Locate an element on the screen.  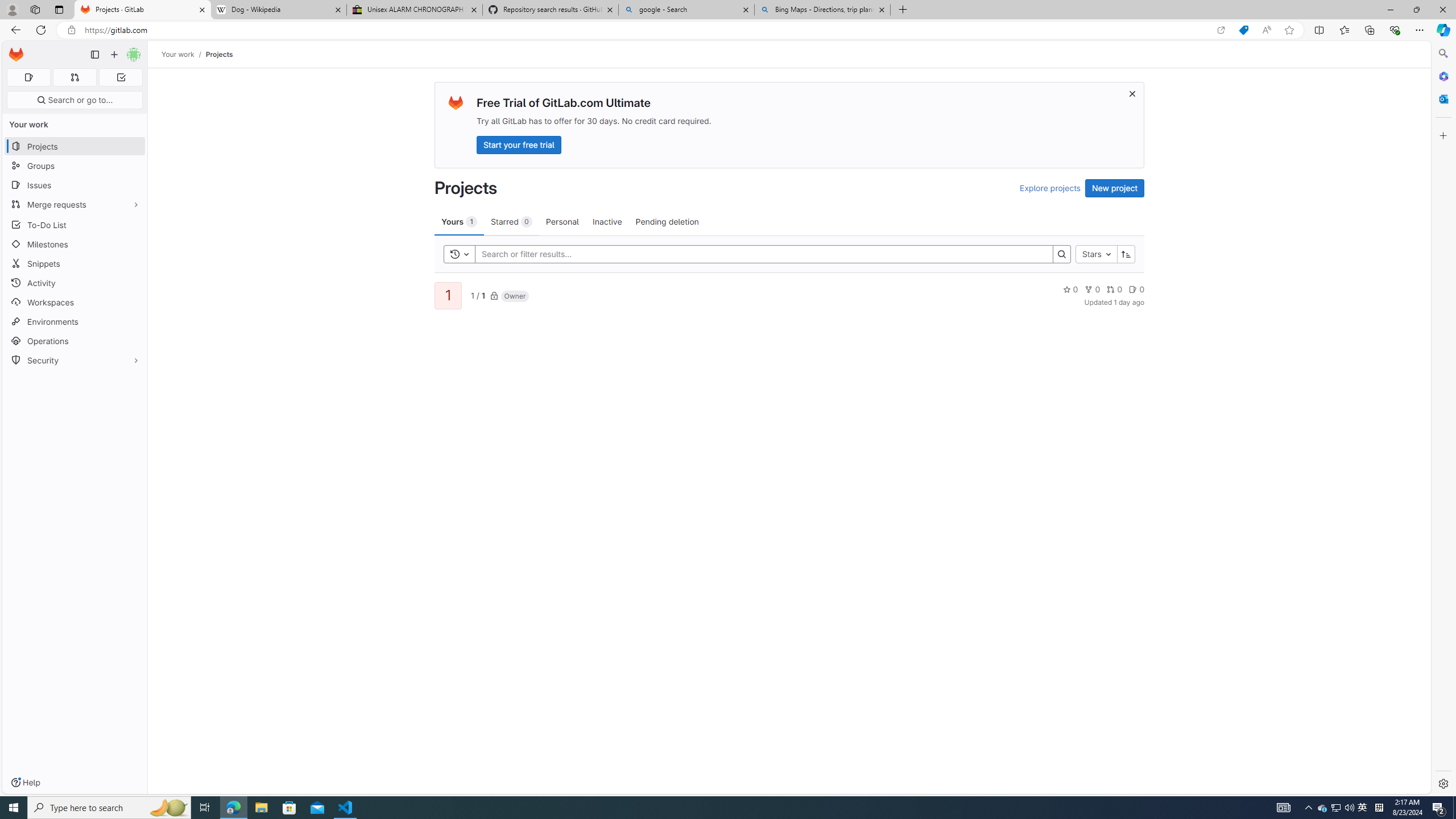
'Explore projects' is located at coordinates (1049, 188).